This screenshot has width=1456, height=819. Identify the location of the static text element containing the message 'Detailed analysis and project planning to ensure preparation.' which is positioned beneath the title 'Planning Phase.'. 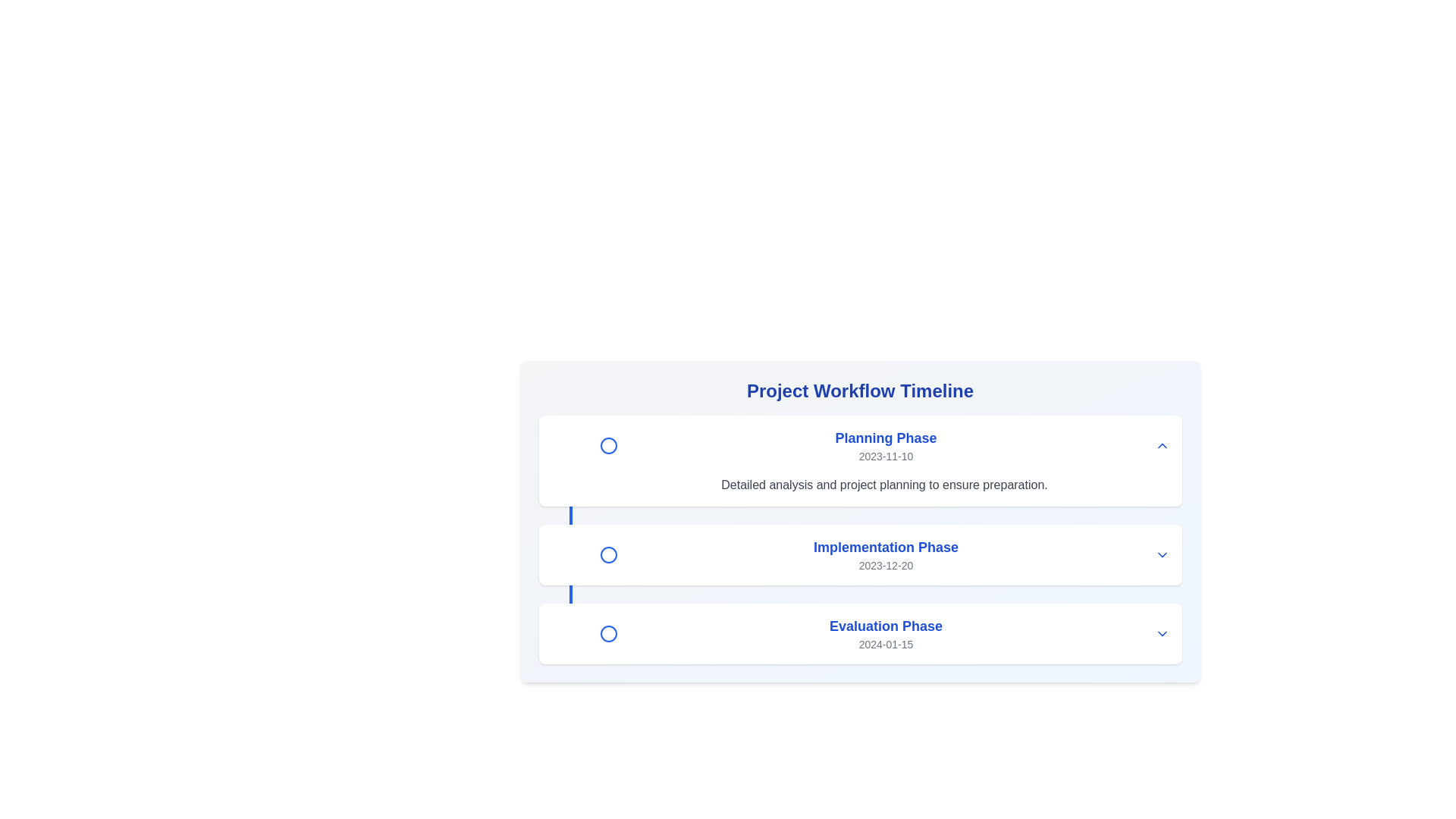
(884, 485).